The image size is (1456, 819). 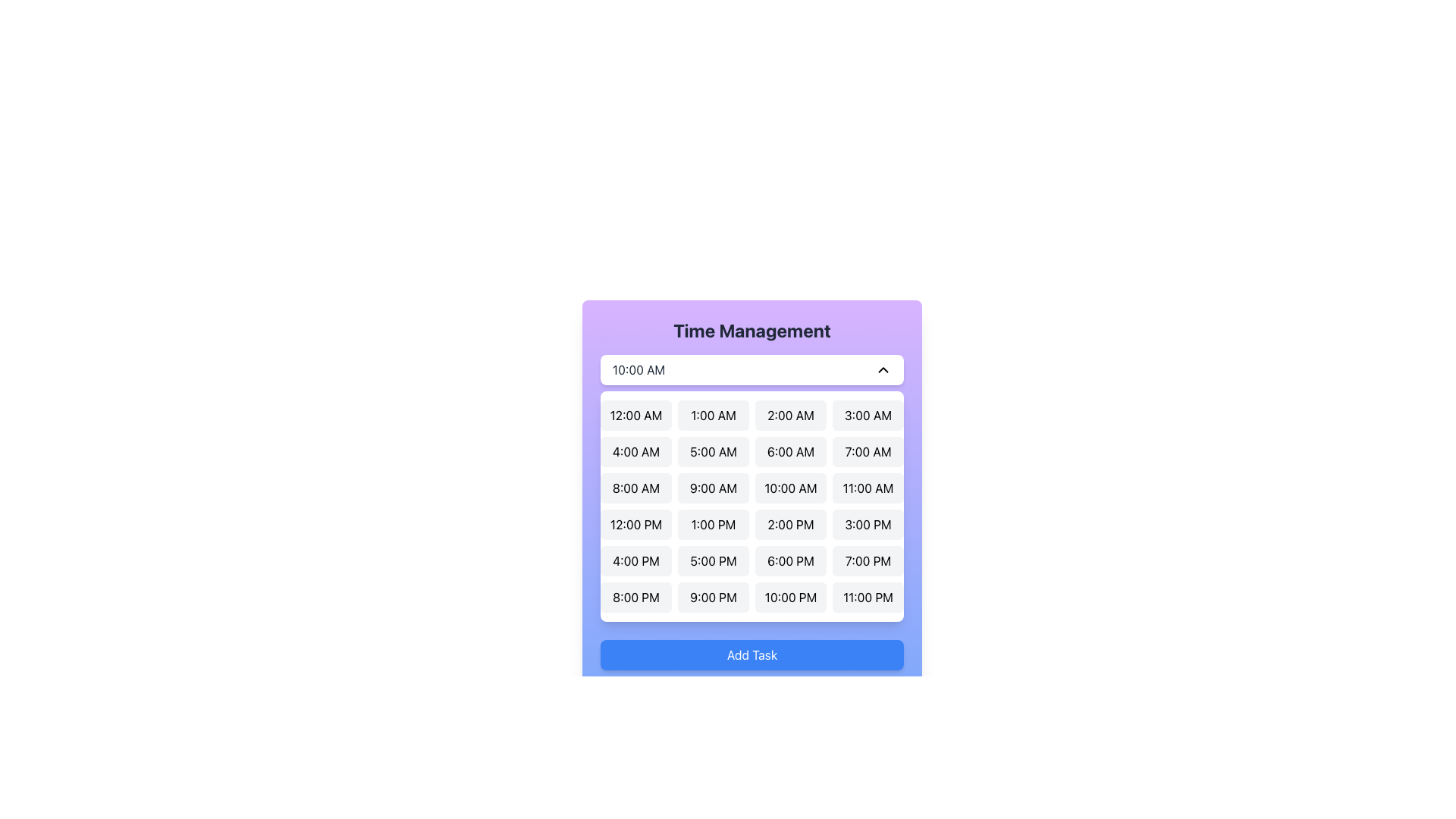 I want to click on the '11:00 AM' button, which is a rectangular button with rounded corners and a light gray background, located in the time options grid below the 'Time Management' dropdown menu, so click(x=868, y=488).